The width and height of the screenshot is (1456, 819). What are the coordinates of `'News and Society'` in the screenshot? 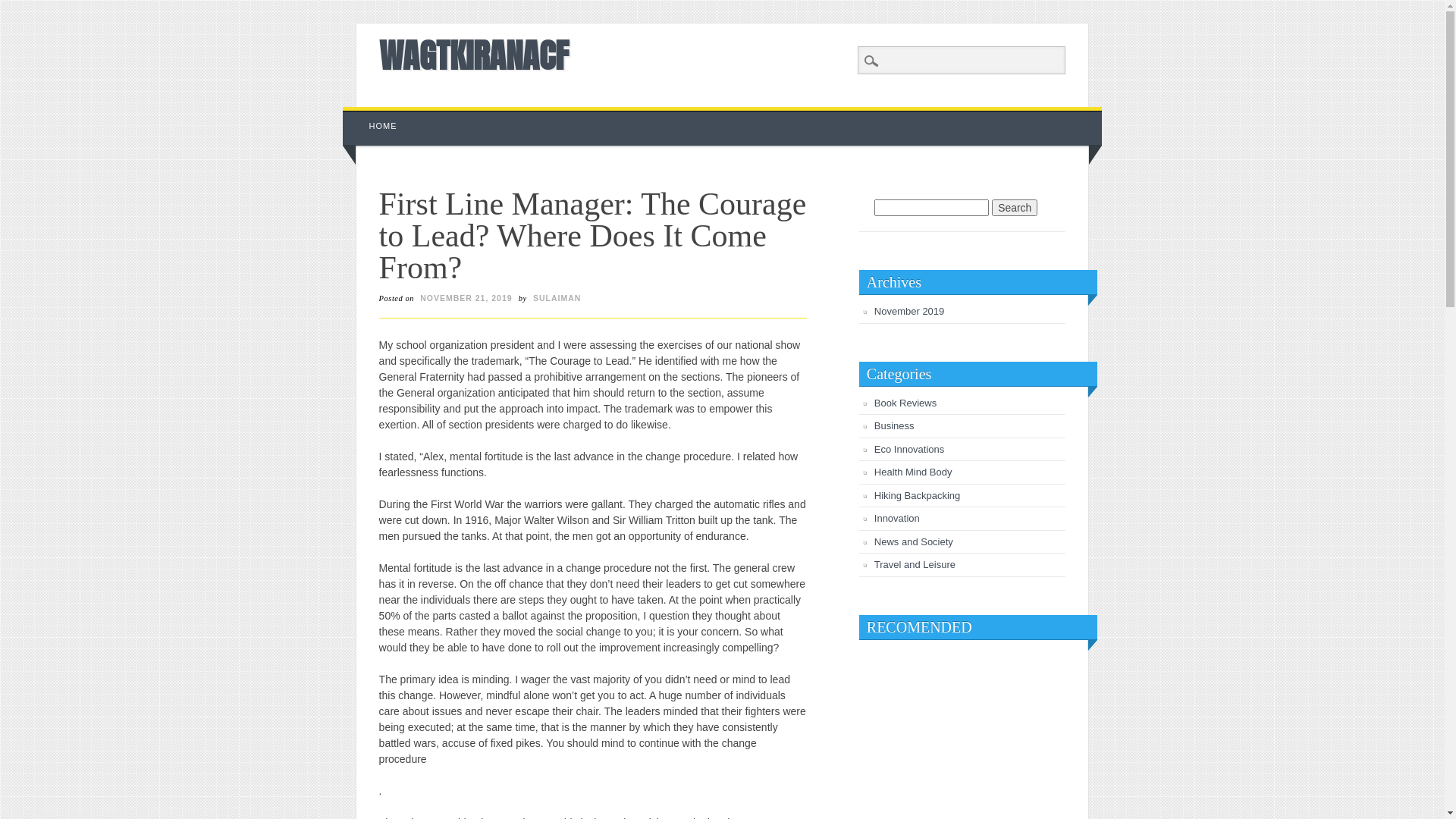 It's located at (912, 541).